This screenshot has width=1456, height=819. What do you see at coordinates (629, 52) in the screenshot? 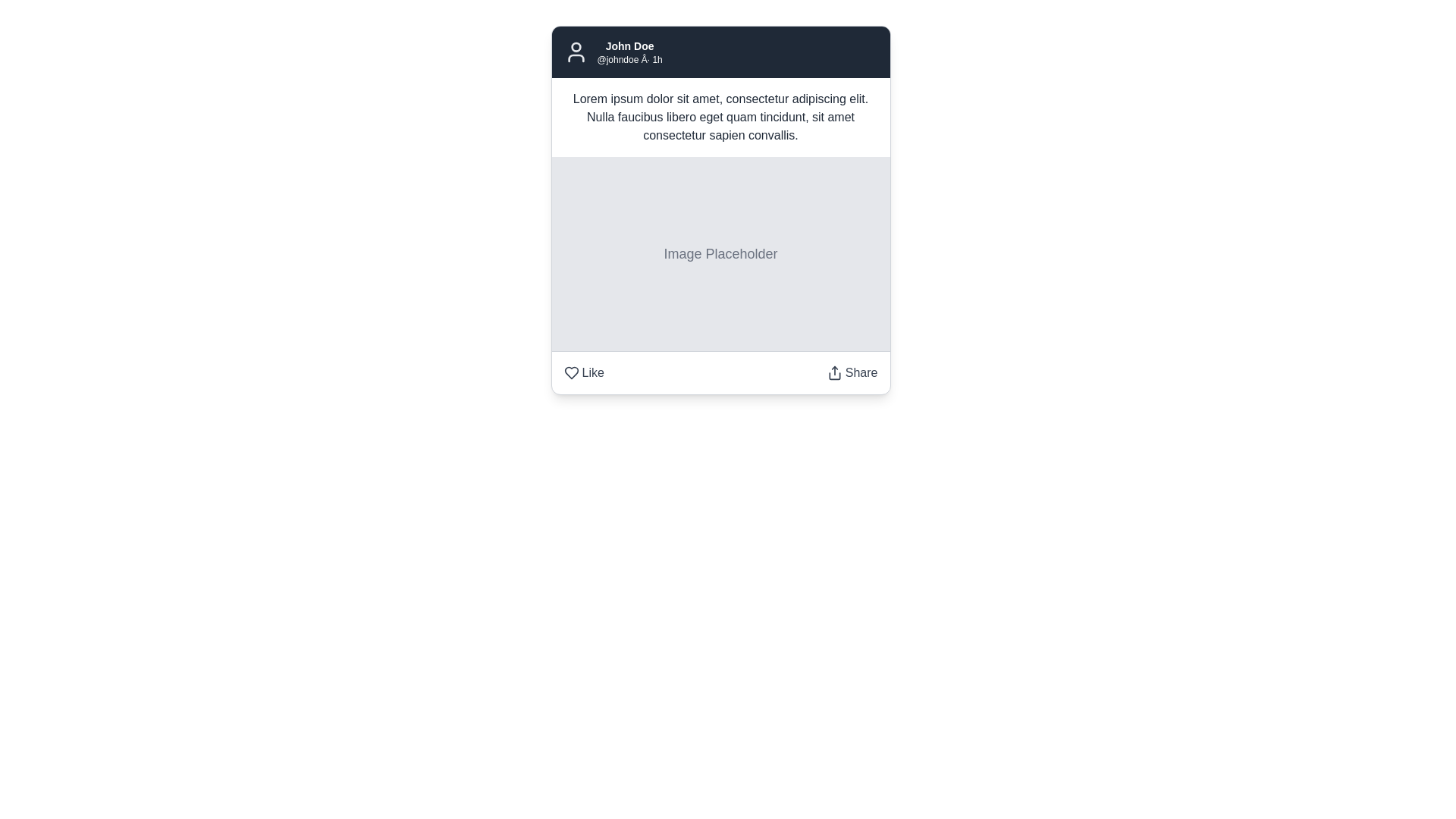
I see `the username 'John Doe' displayed in bold text located in the upper-left corner of the card layout header` at bounding box center [629, 52].